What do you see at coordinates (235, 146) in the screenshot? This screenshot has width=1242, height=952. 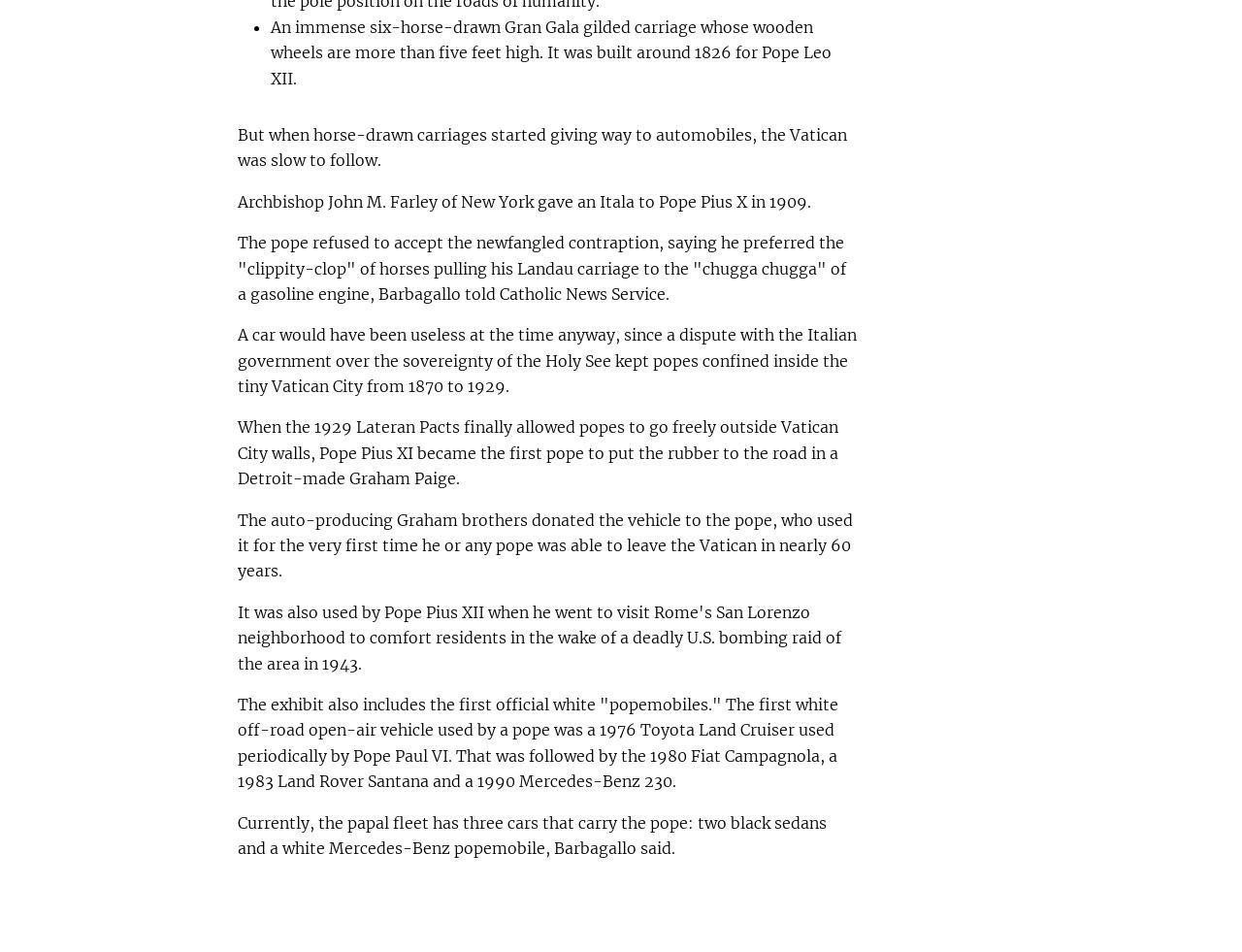 I see `'But when horse-drawn carriages started giving way to automobiles, the Vatican was slow to follow.'` at bounding box center [235, 146].